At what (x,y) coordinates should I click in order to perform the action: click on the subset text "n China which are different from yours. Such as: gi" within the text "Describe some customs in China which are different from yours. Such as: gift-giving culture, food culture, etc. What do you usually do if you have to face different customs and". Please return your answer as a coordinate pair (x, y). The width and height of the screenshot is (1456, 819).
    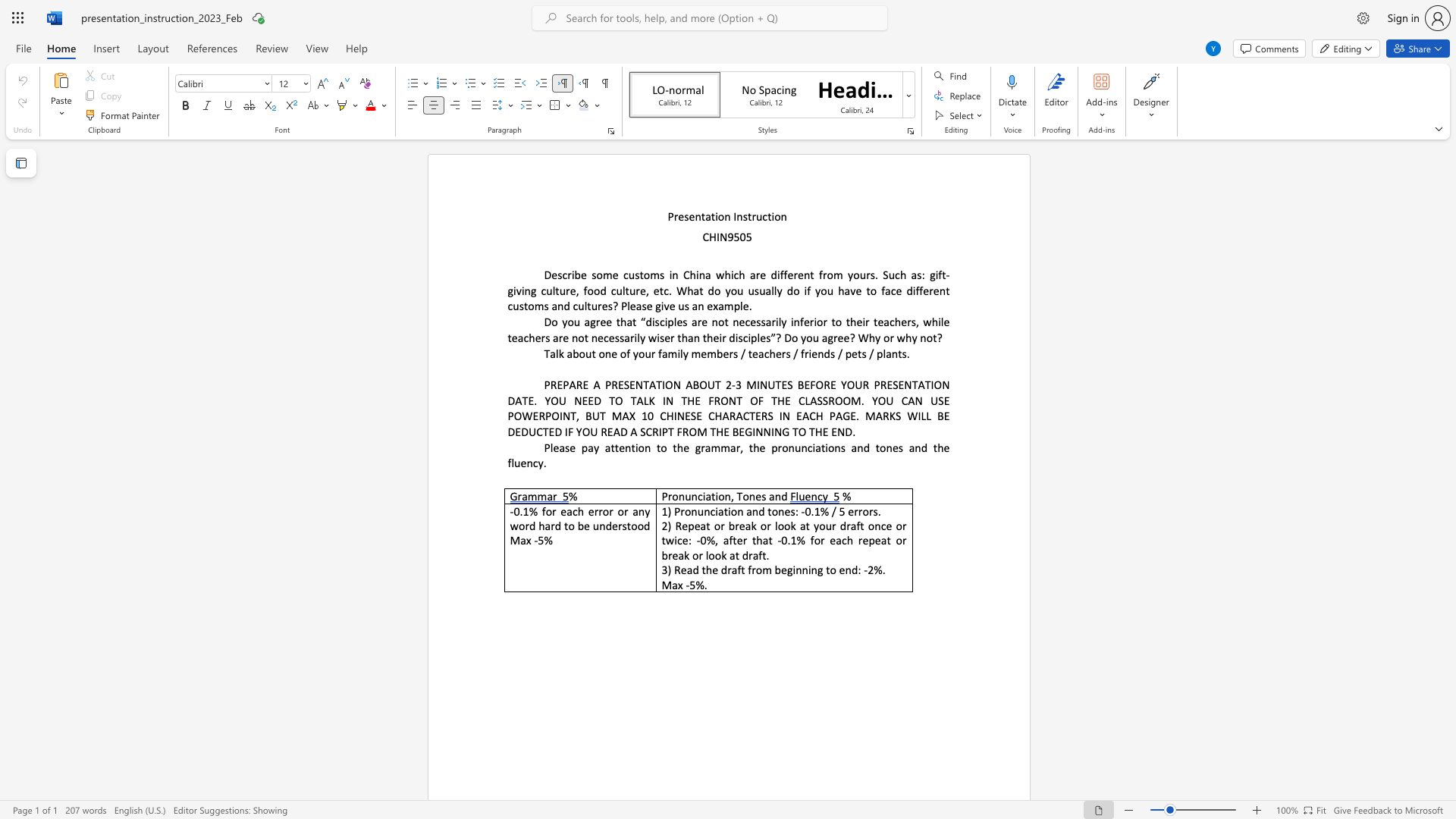
    Looking at the image, I should click on (671, 275).